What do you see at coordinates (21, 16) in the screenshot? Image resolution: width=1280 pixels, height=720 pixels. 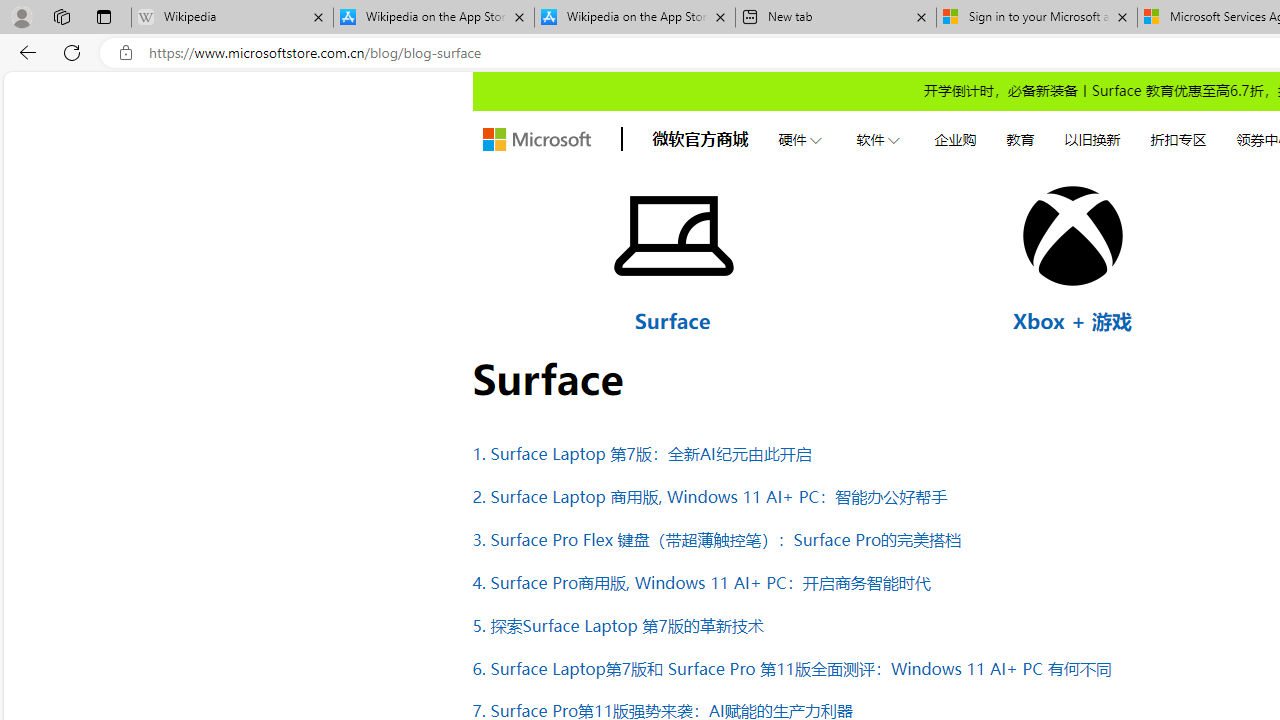 I see `'Personal Profile'` at bounding box center [21, 16].